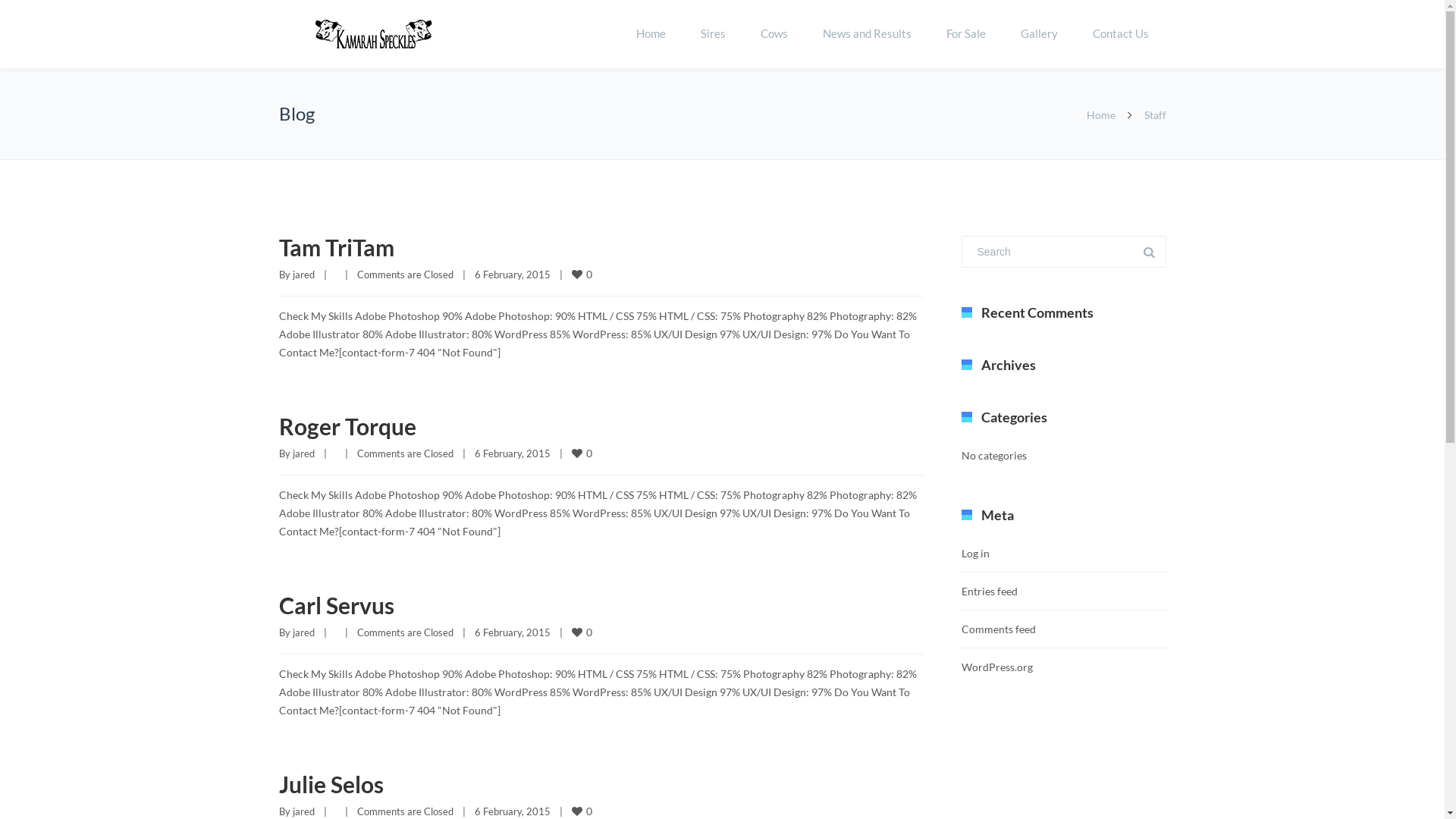  What do you see at coordinates (774, 34) in the screenshot?
I see `'Cows'` at bounding box center [774, 34].